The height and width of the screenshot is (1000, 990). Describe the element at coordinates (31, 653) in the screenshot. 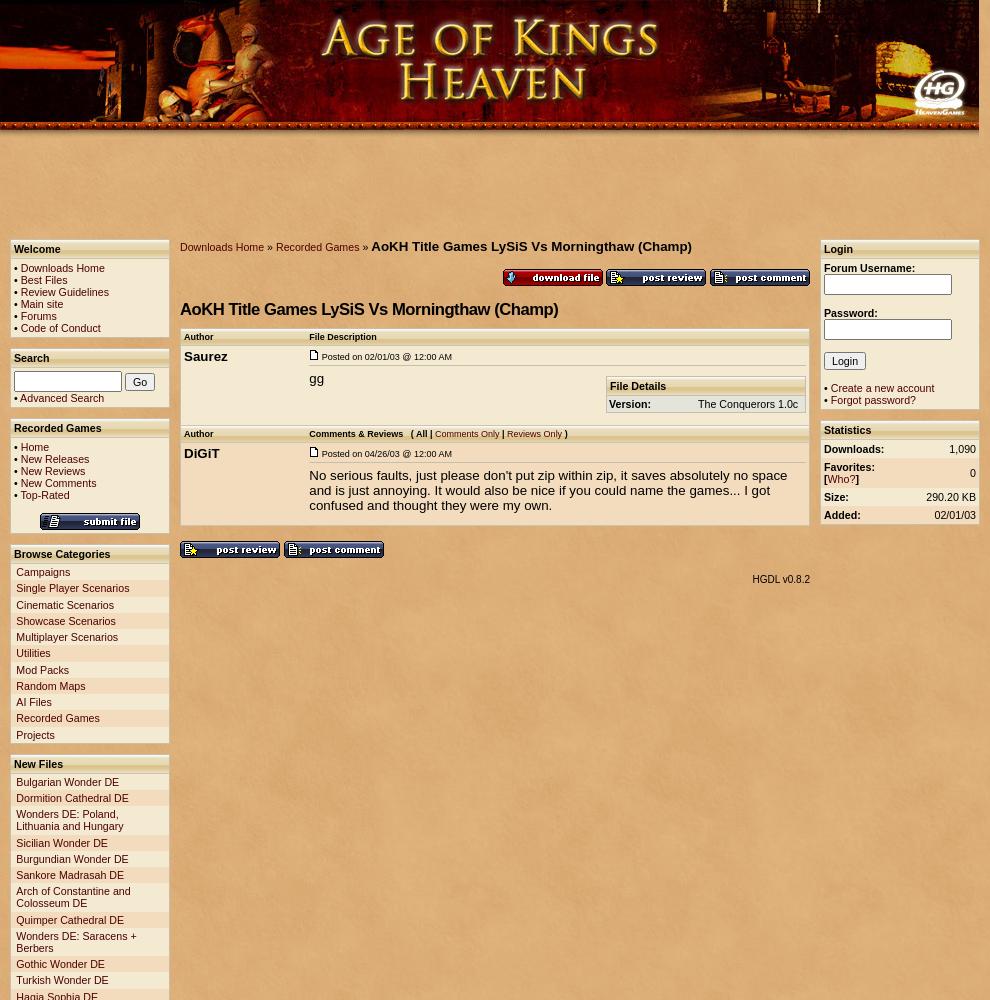

I see `'Utilities'` at that location.